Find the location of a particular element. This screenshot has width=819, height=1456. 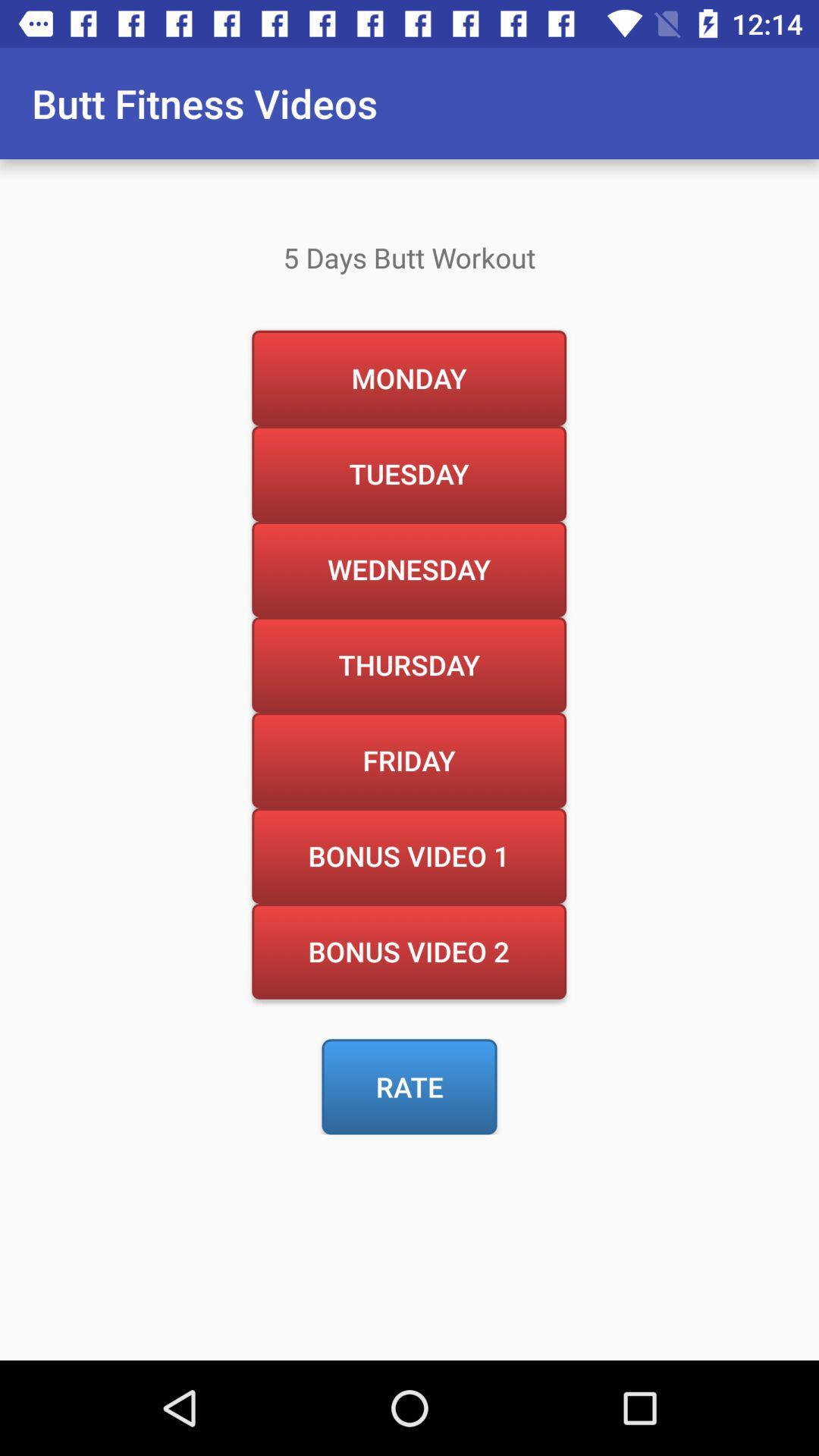

icon above the friday icon is located at coordinates (408, 664).